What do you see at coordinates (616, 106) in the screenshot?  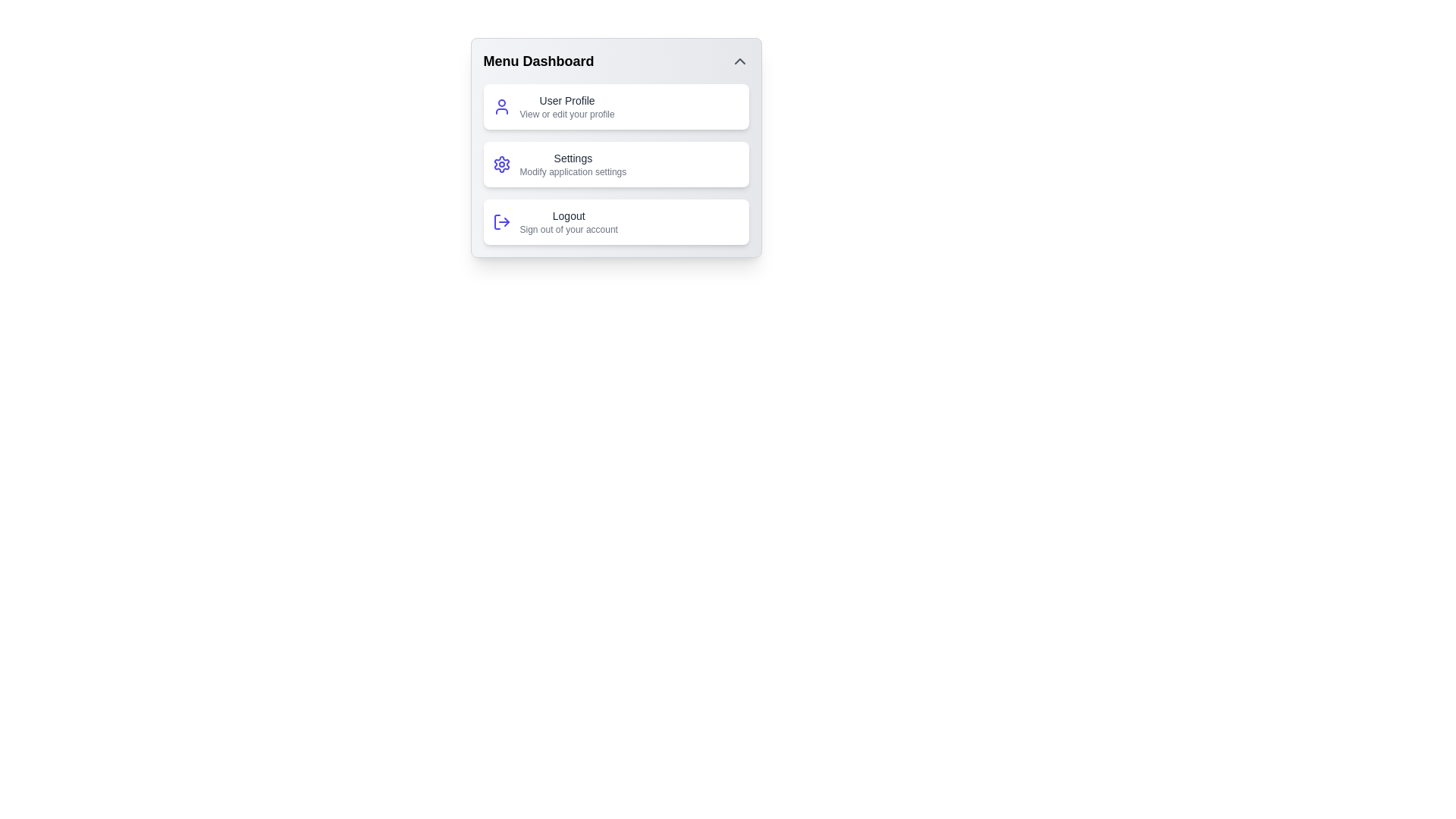 I see `the menu action User Profile by clicking on the corresponding menu item` at bounding box center [616, 106].